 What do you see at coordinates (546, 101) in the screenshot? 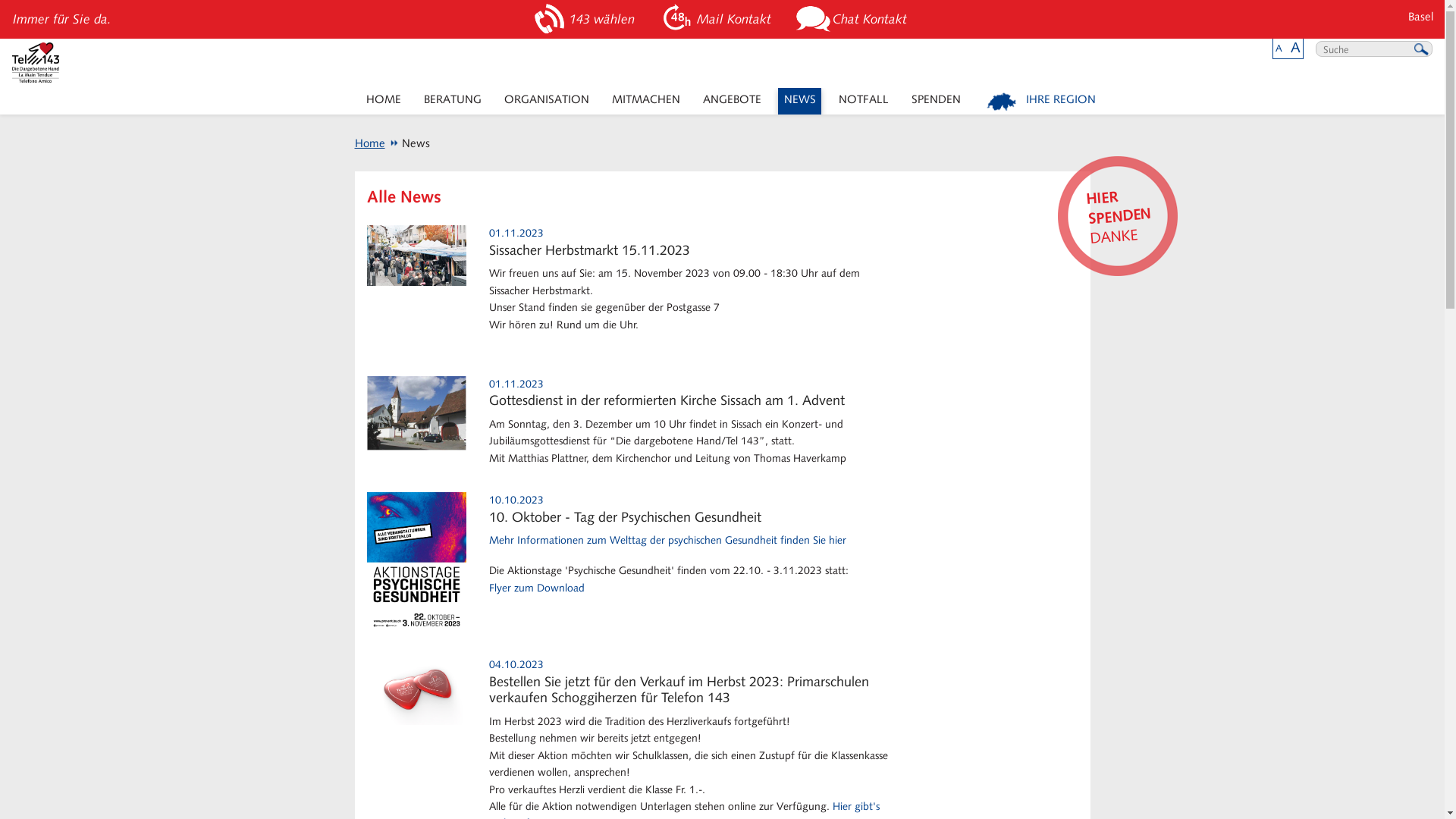
I see `'ORGANISATION'` at bounding box center [546, 101].